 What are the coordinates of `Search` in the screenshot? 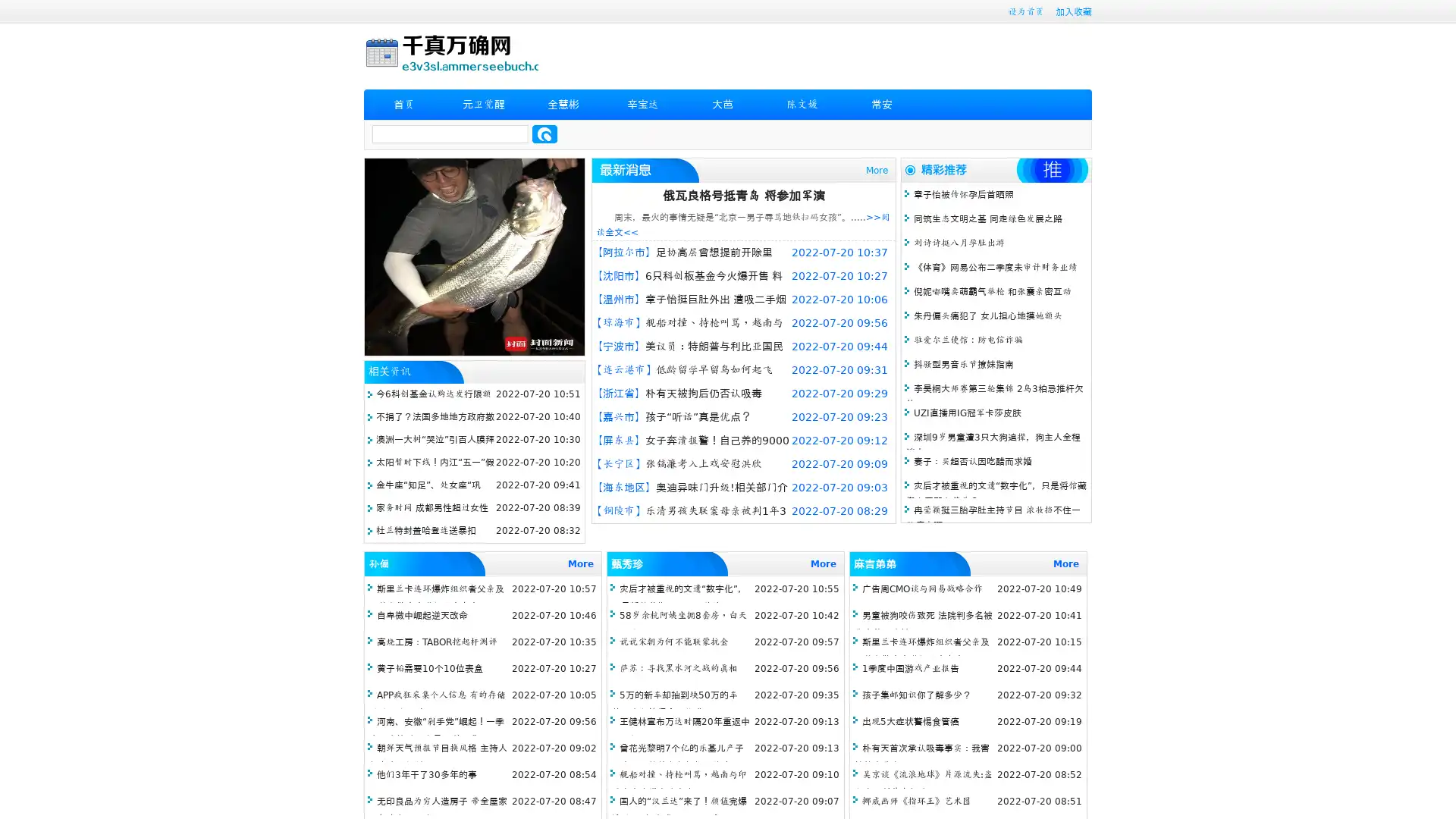 It's located at (544, 133).